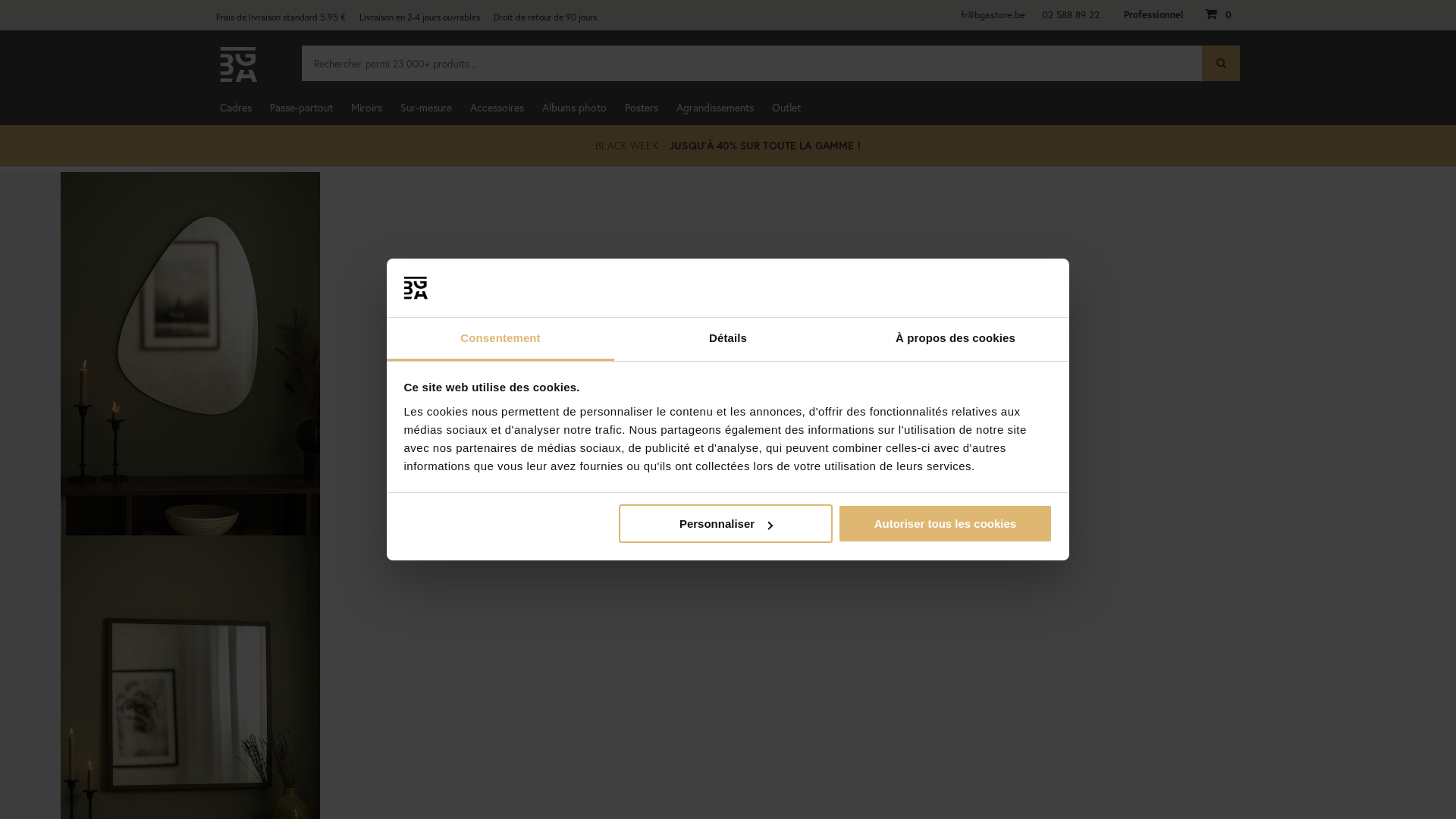 This screenshot has width=1456, height=819. Describe the element at coordinates (301, 106) in the screenshot. I see `'Passe-partout'` at that location.